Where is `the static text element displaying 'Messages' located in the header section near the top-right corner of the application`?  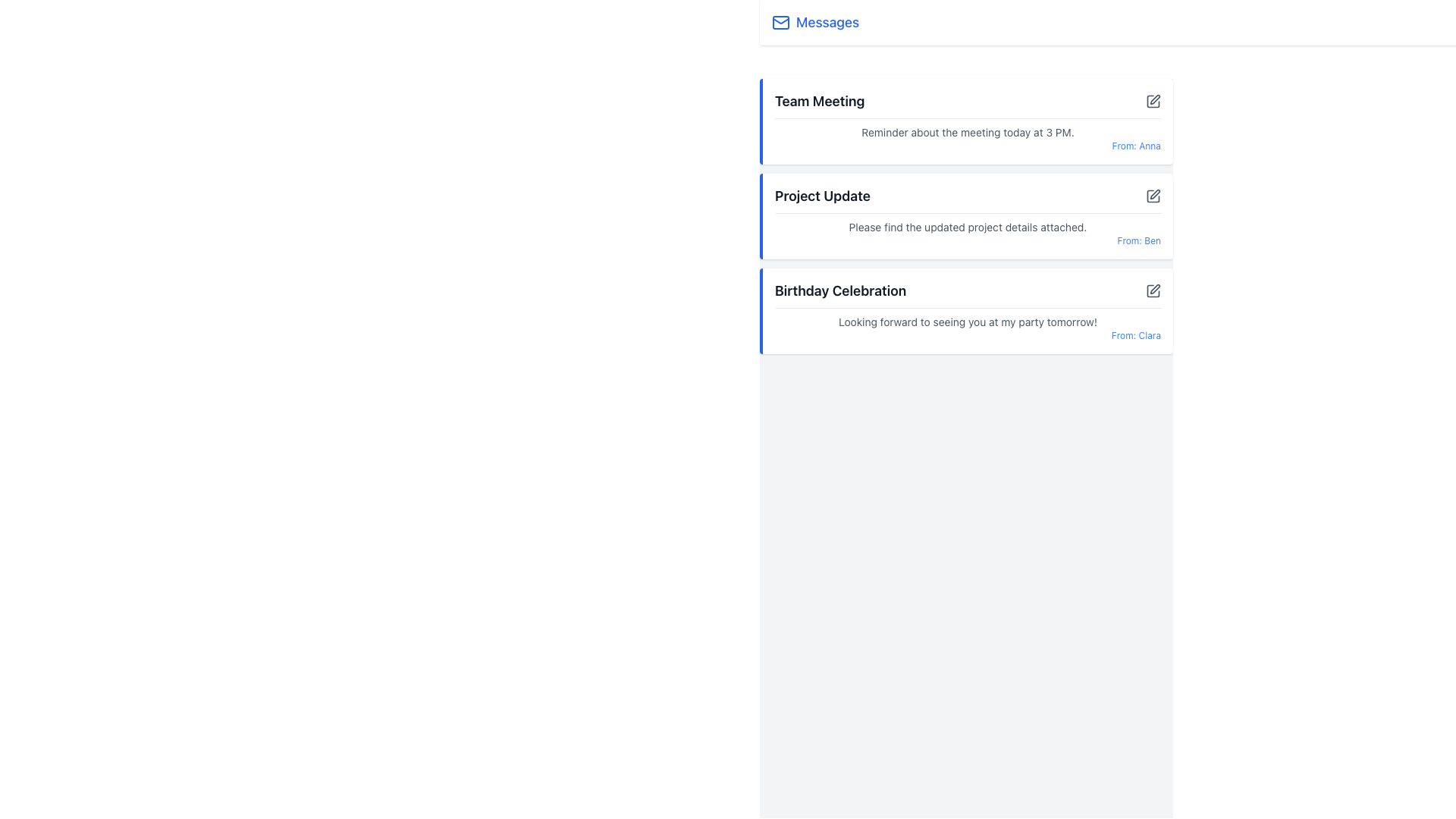
the static text element displaying 'Messages' located in the header section near the top-right corner of the application is located at coordinates (827, 23).